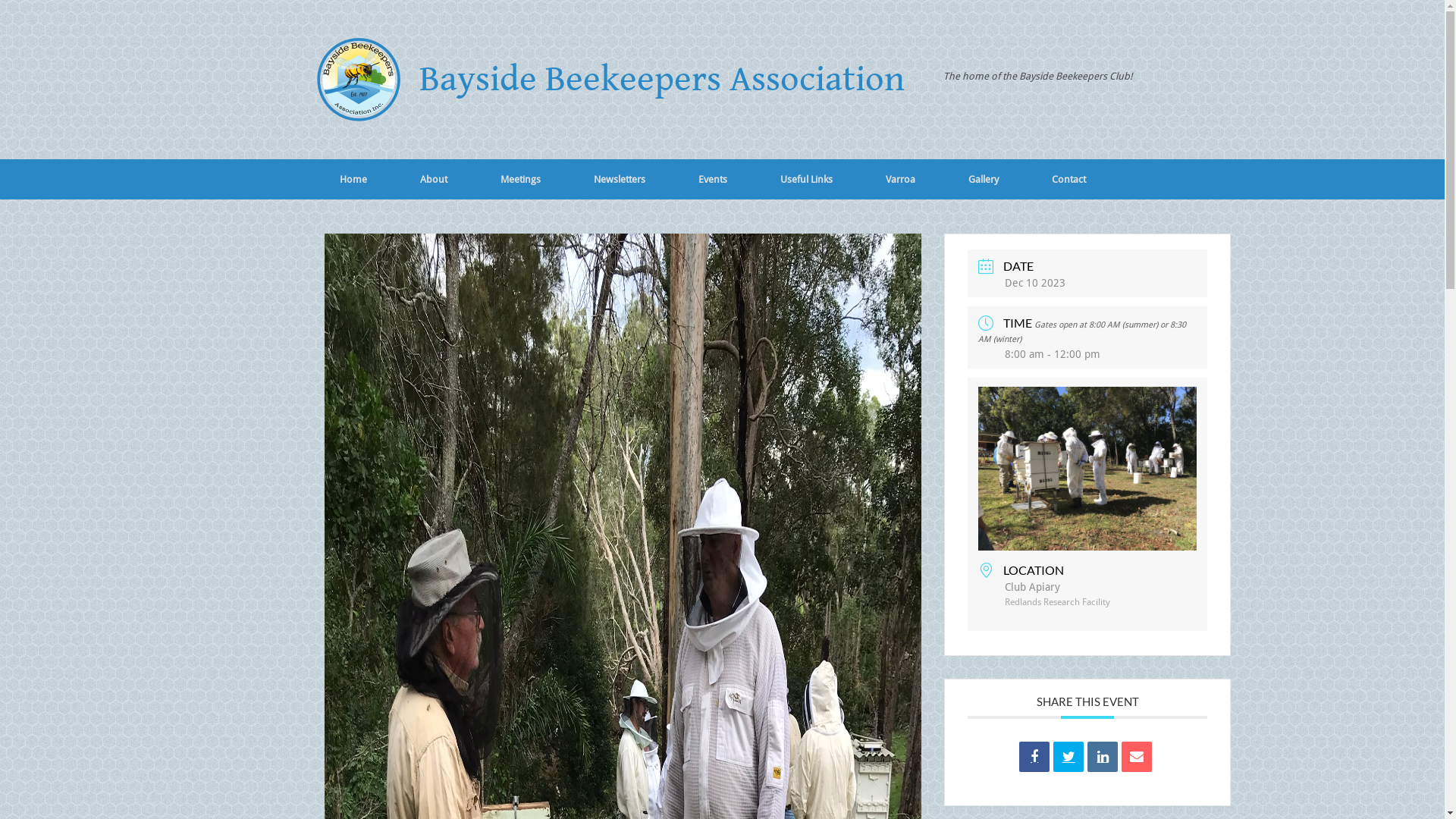 The width and height of the screenshot is (1456, 819). What do you see at coordinates (1025, 178) in the screenshot?
I see `'Contact'` at bounding box center [1025, 178].